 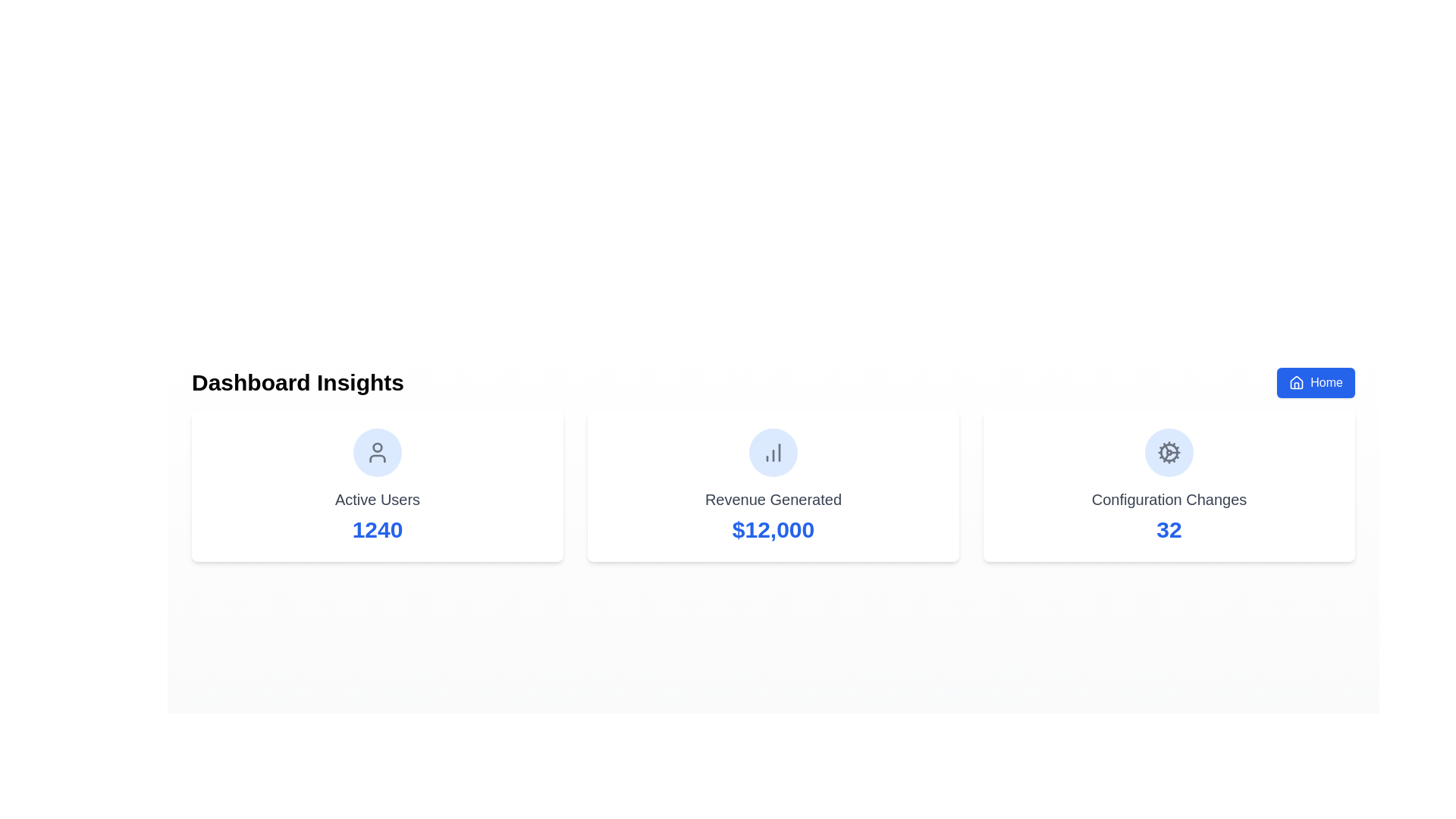 What do you see at coordinates (298, 382) in the screenshot?
I see `the 'Dashboard Insights' text label, which is styled in a large, bold font and is positioned prominently near the top-left part of the interface, preceding the 'Home' button` at bounding box center [298, 382].